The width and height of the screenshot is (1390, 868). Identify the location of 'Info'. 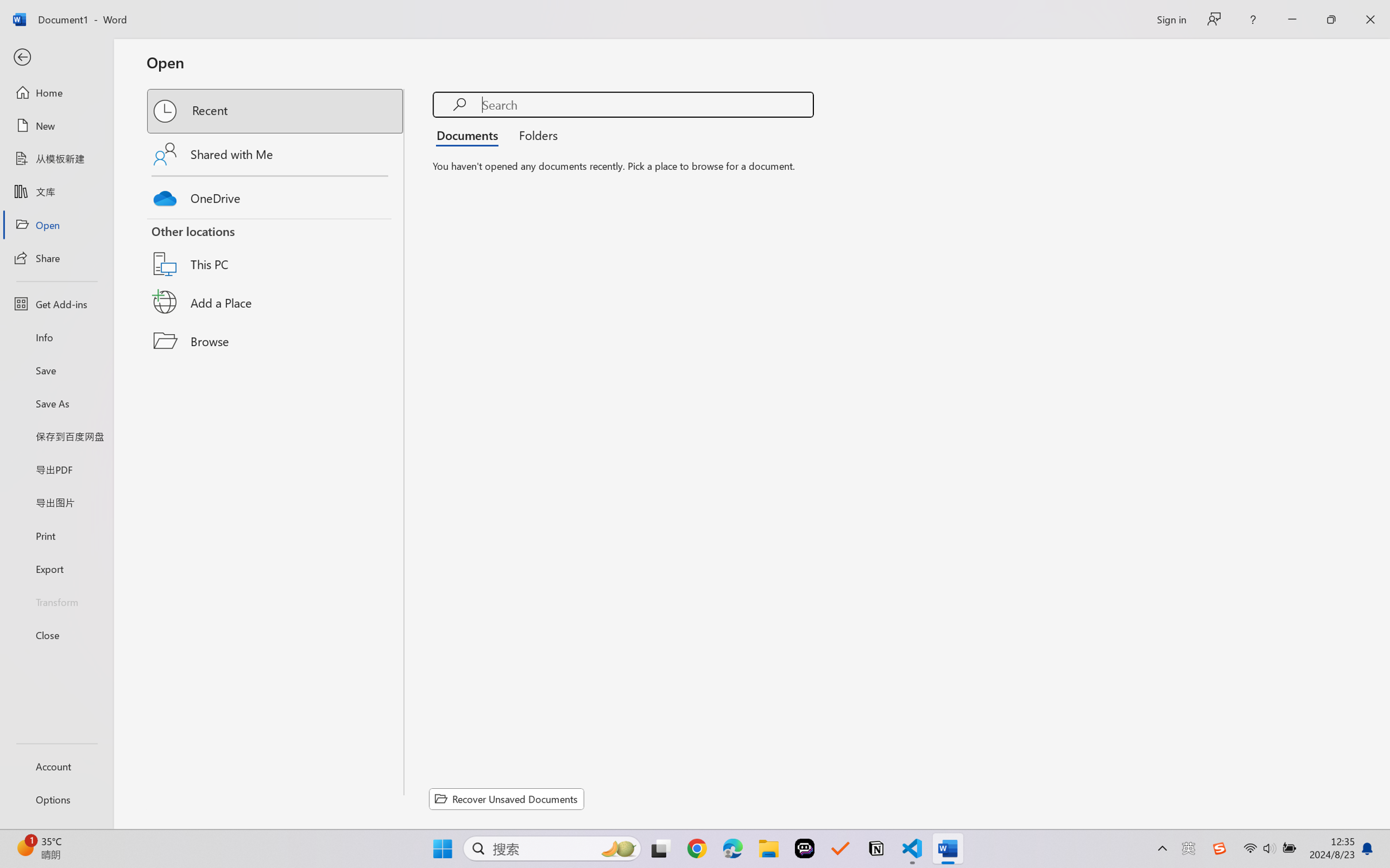
(56, 336).